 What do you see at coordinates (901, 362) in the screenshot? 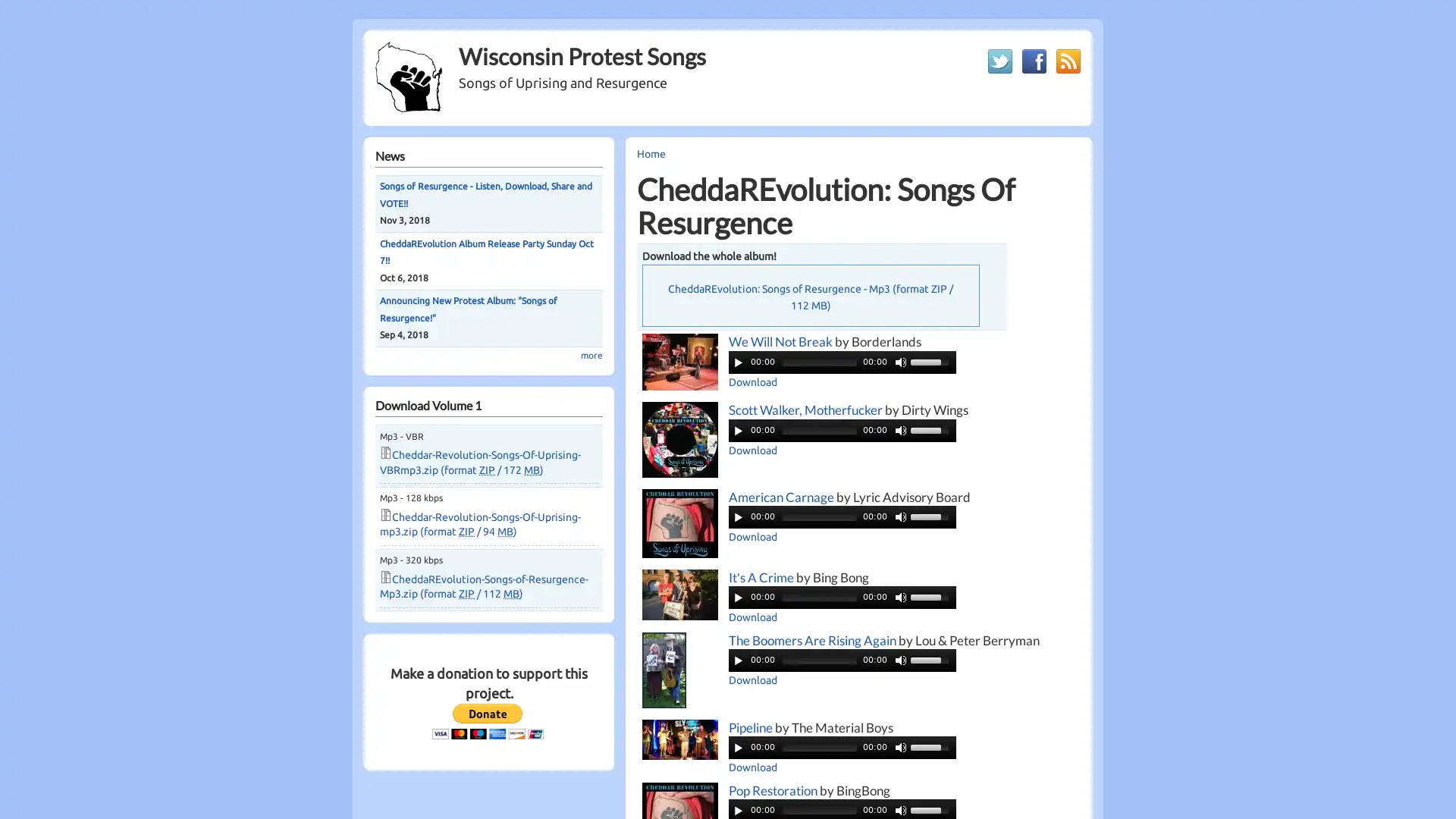
I see `Mute Toggle` at bounding box center [901, 362].